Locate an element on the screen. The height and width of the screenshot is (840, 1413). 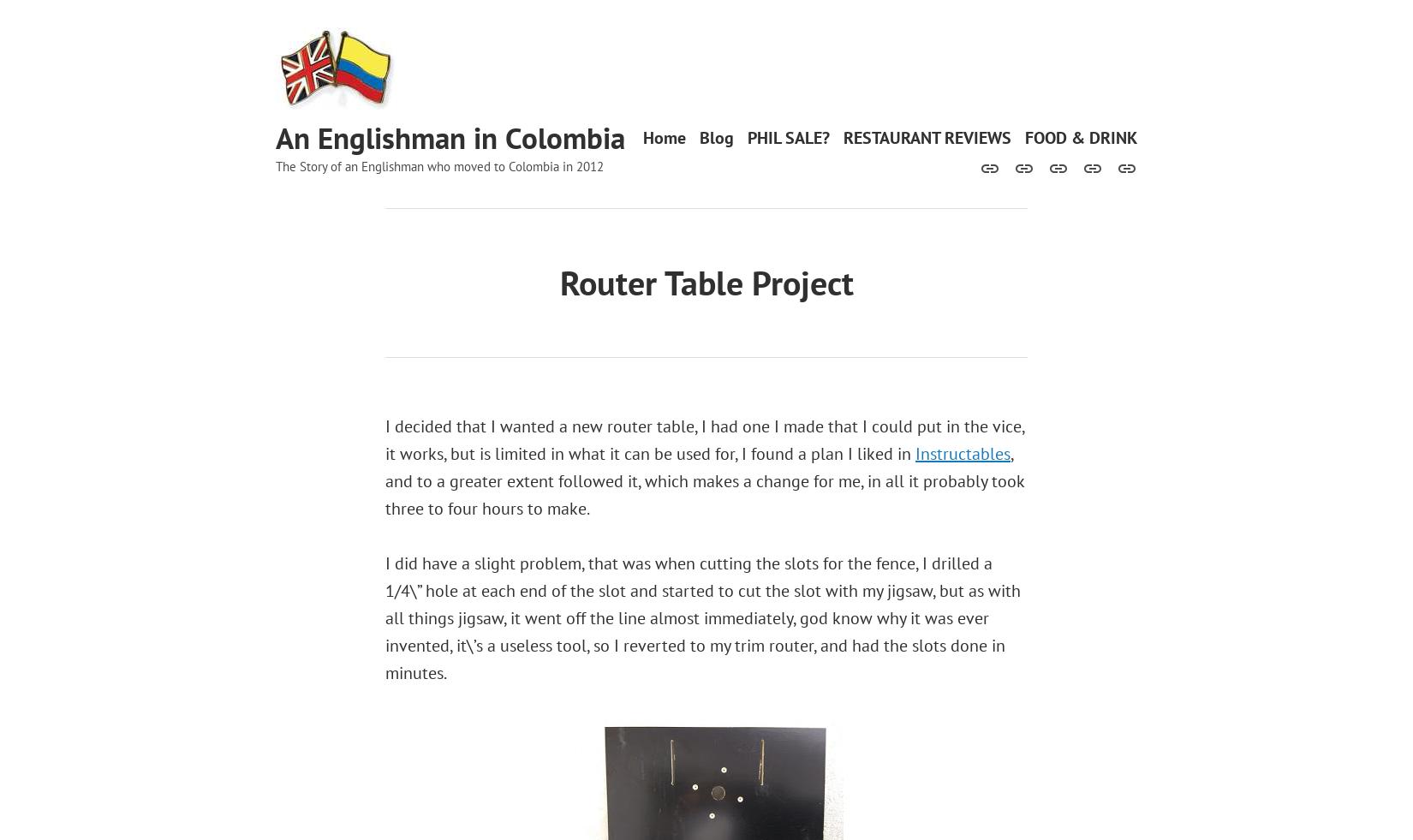
'PHIL SALE?' is located at coordinates (748, 136).